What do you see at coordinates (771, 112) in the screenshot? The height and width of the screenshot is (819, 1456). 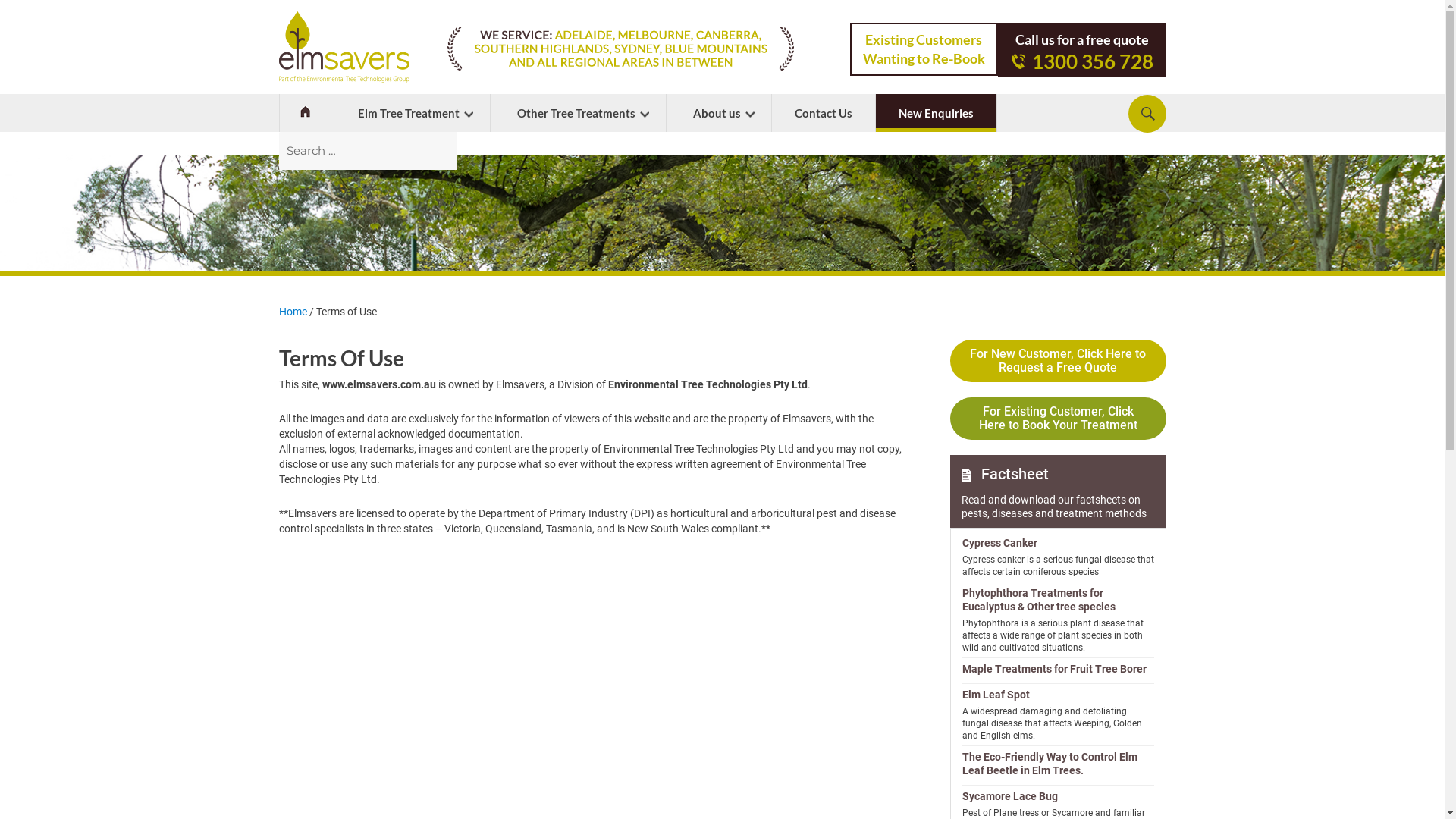 I see `'Contact Us'` at bounding box center [771, 112].